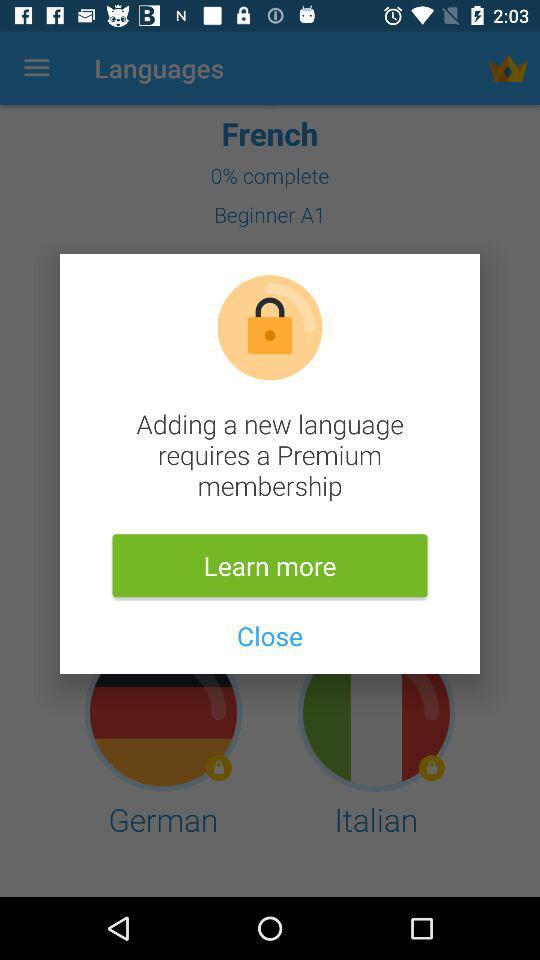 The height and width of the screenshot is (960, 540). I want to click on the item below learn more icon, so click(270, 634).